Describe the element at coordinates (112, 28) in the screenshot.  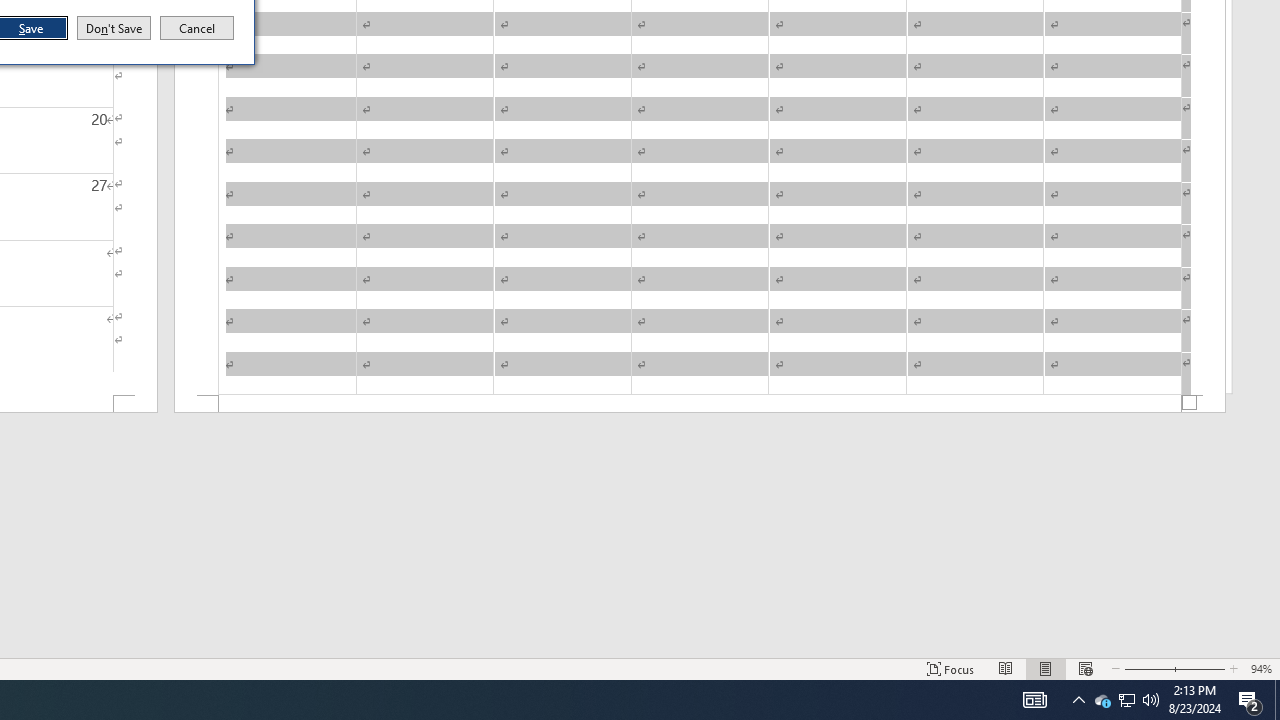
I see `'Don'` at that location.